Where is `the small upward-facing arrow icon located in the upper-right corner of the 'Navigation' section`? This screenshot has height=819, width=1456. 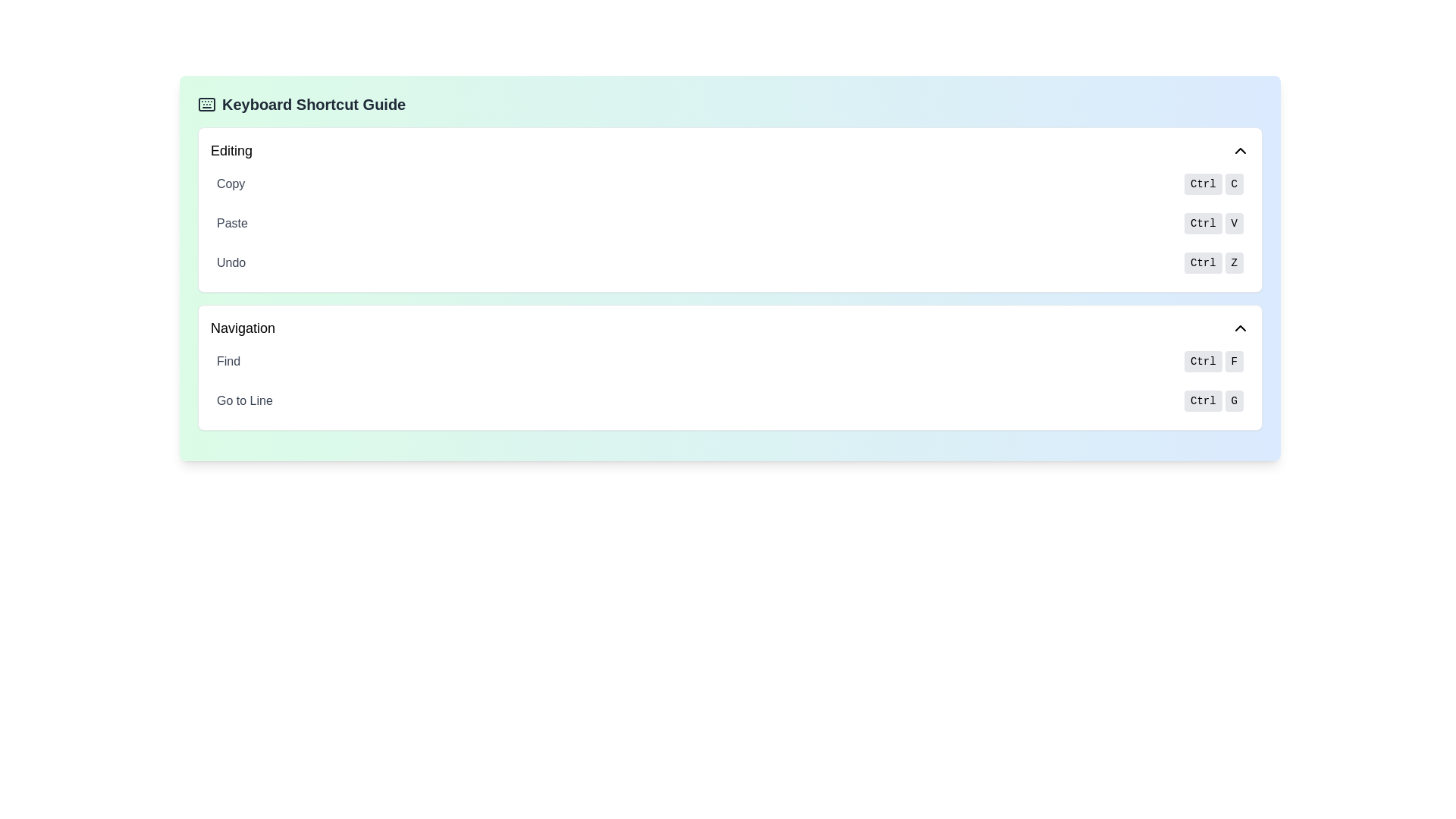
the small upward-facing arrow icon located in the upper-right corner of the 'Navigation' section is located at coordinates (1241, 327).